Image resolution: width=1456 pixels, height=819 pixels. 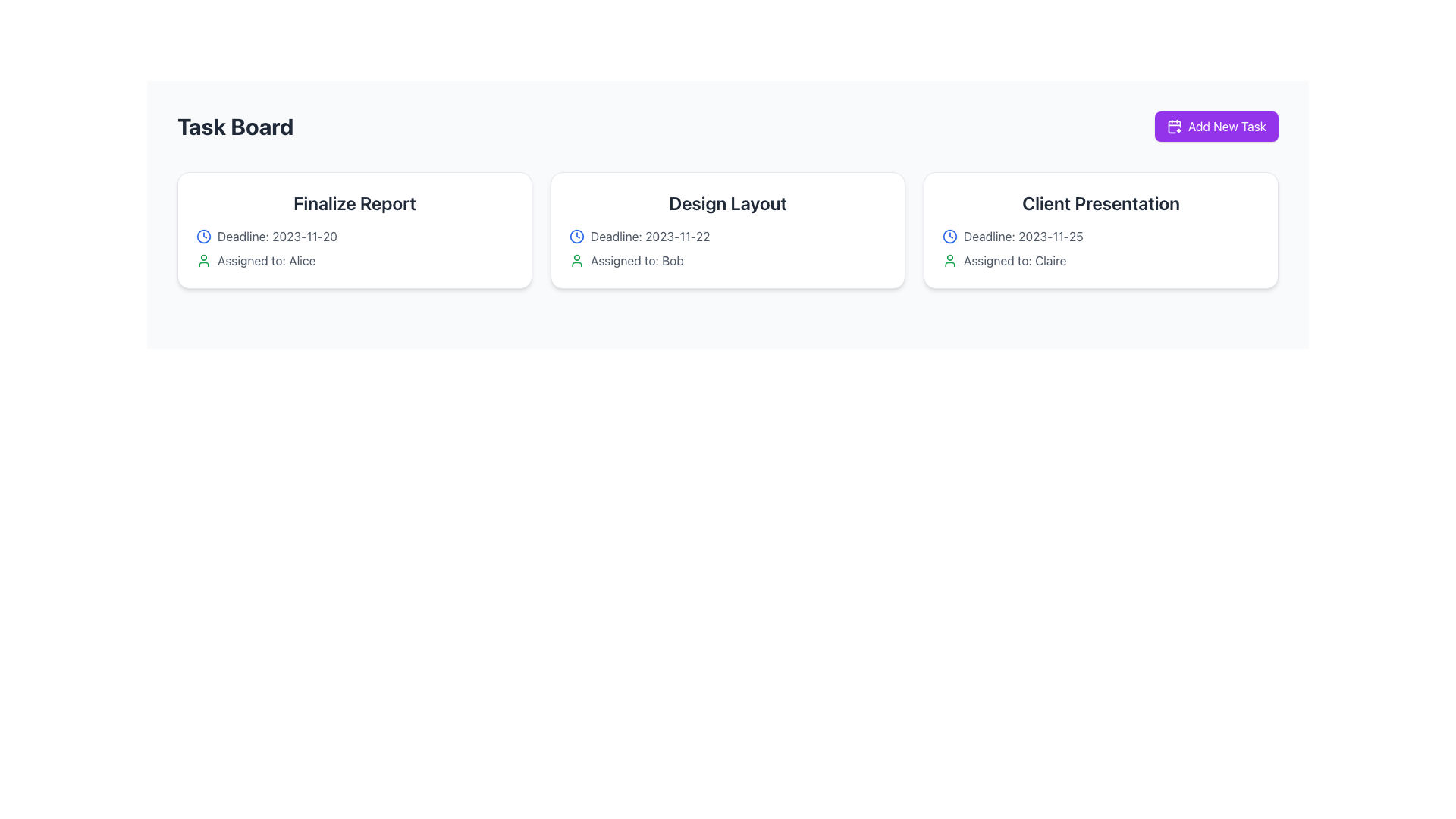 What do you see at coordinates (949, 259) in the screenshot?
I see `the user icon, which is a green outline of a person, located to the left of the text 'Assigned to: Claire' in the 'Client Presentation' card on the task board` at bounding box center [949, 259].